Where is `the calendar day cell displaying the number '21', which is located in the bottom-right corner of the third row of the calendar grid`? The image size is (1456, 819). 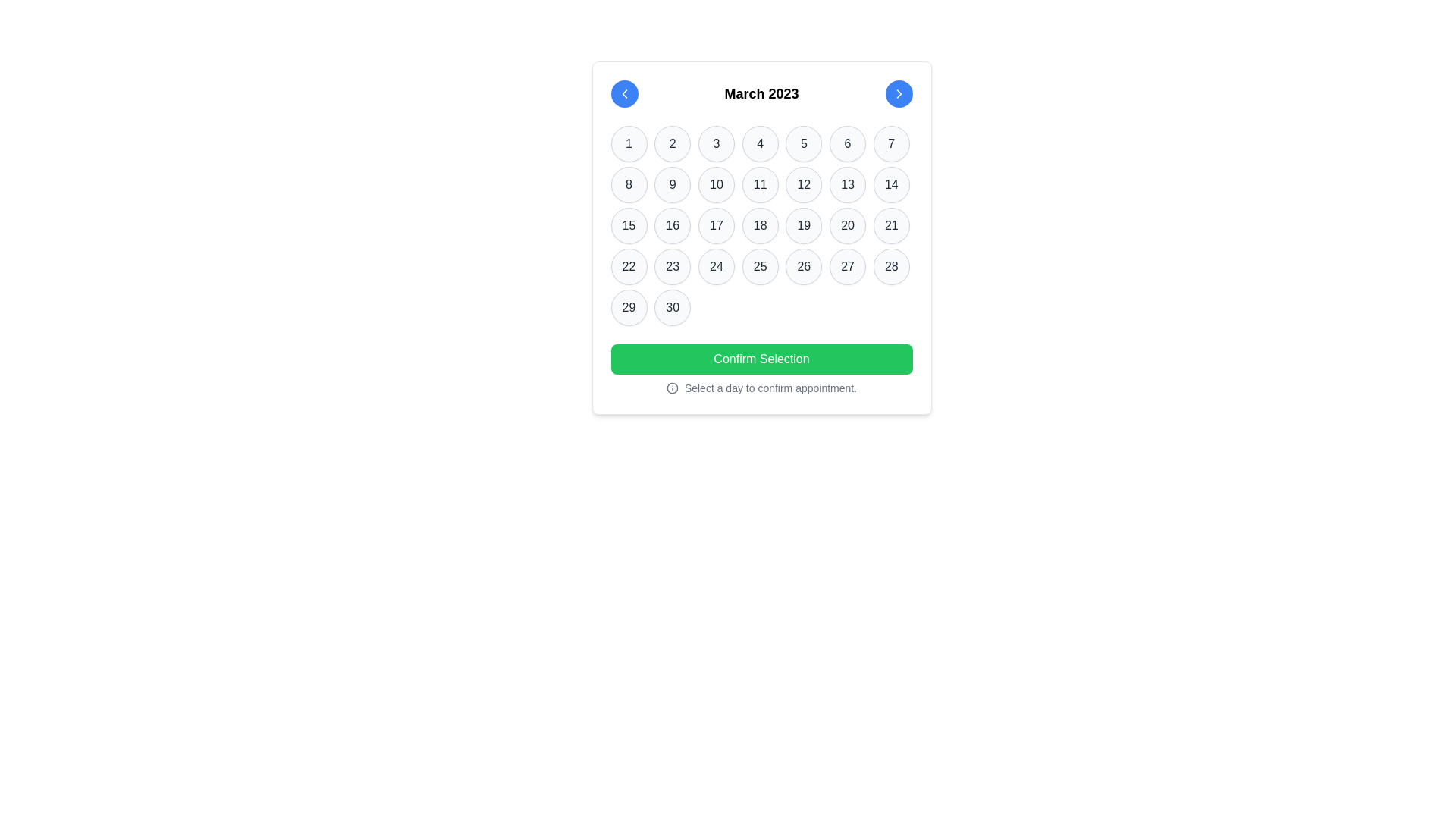 the calendar day cell displaying the number '21', which is located in the bottom-right corner of the third row of the calendar grid is located at coordinates (891, 225).